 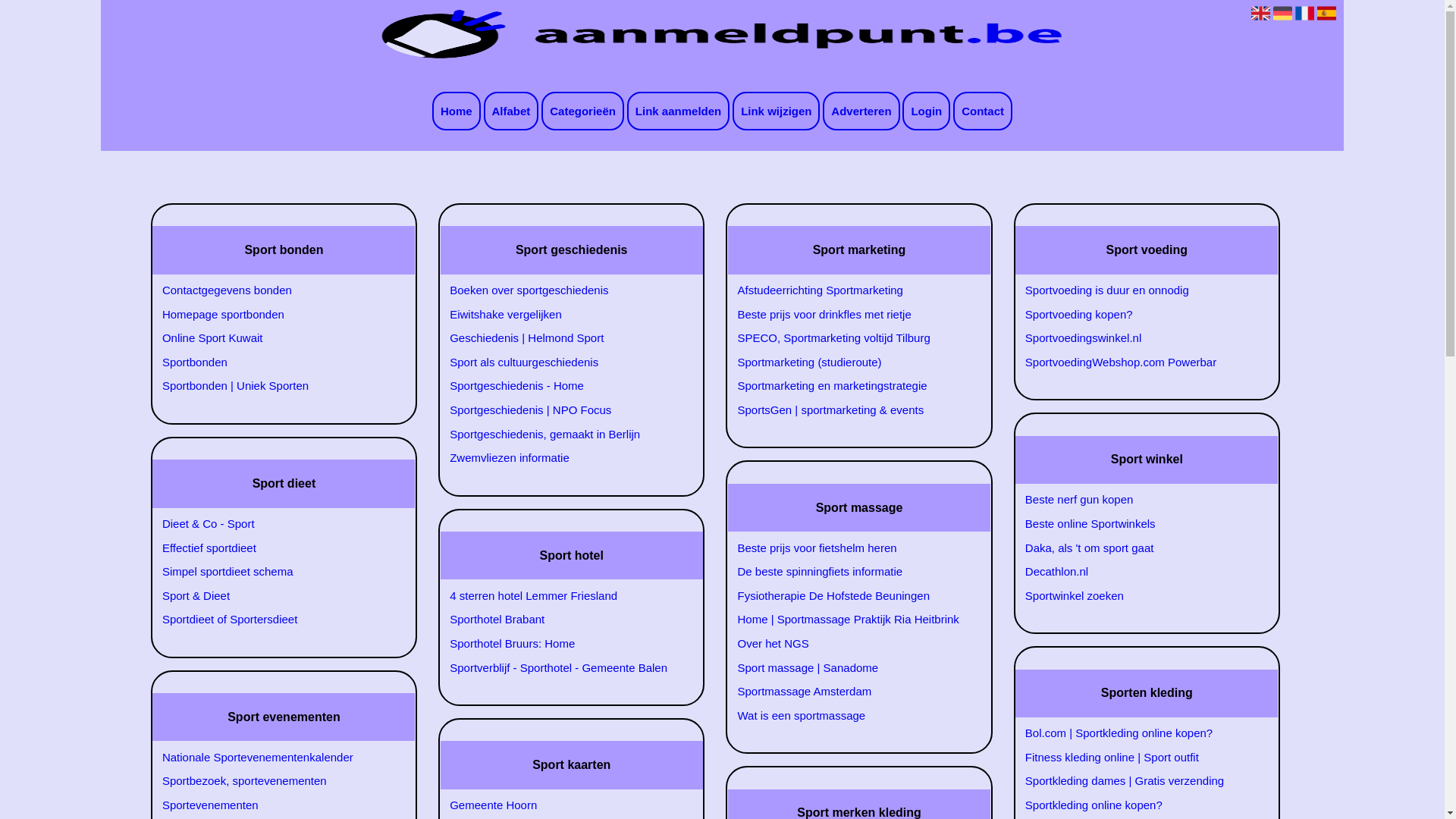 What do you see at coordinates (154, 758) in the screenshot?
I see `'Nationale Sportevenementenkalender'` at bounding box center [154, 758].